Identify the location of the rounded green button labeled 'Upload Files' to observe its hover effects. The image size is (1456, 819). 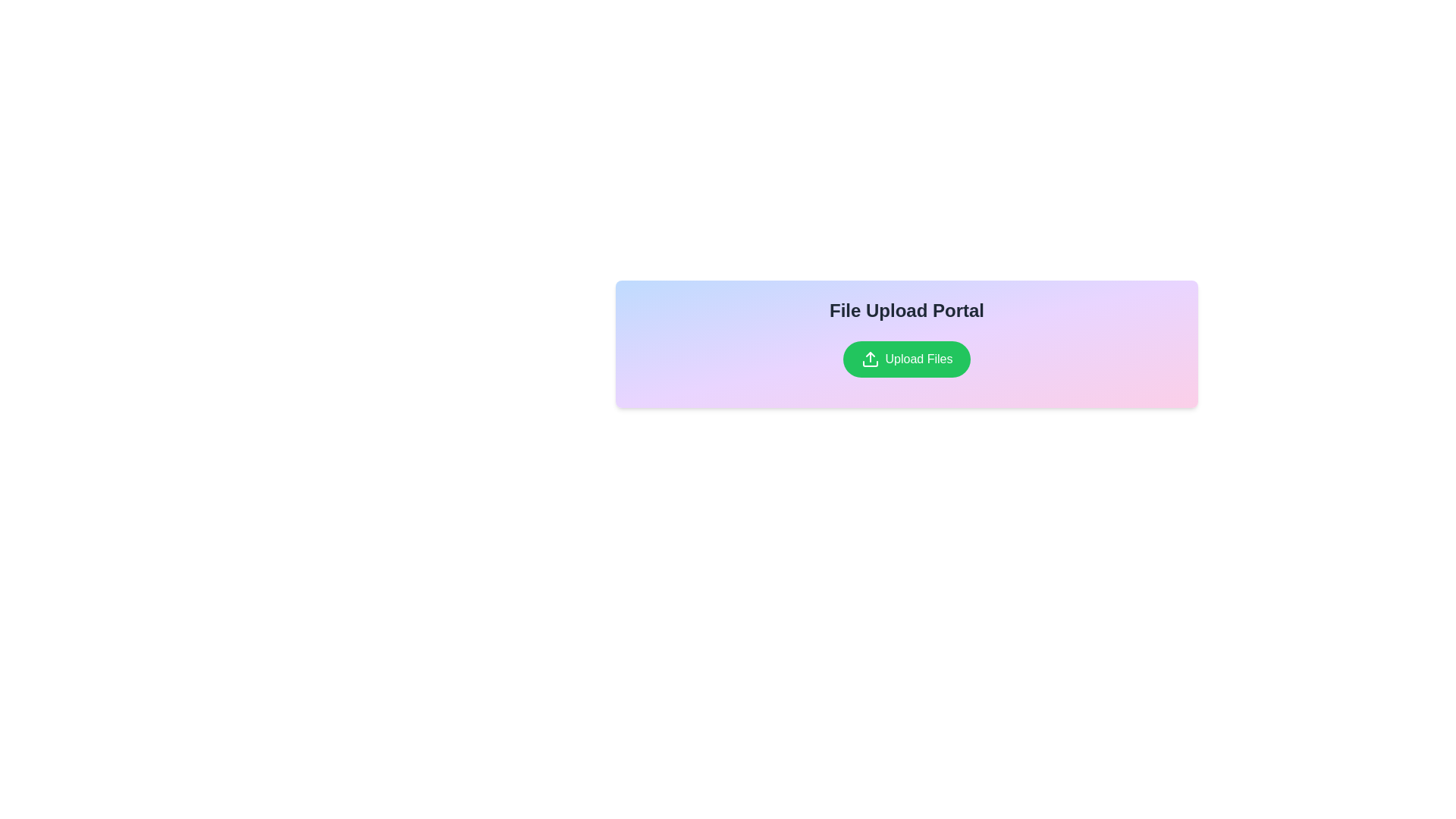
(906, 359).